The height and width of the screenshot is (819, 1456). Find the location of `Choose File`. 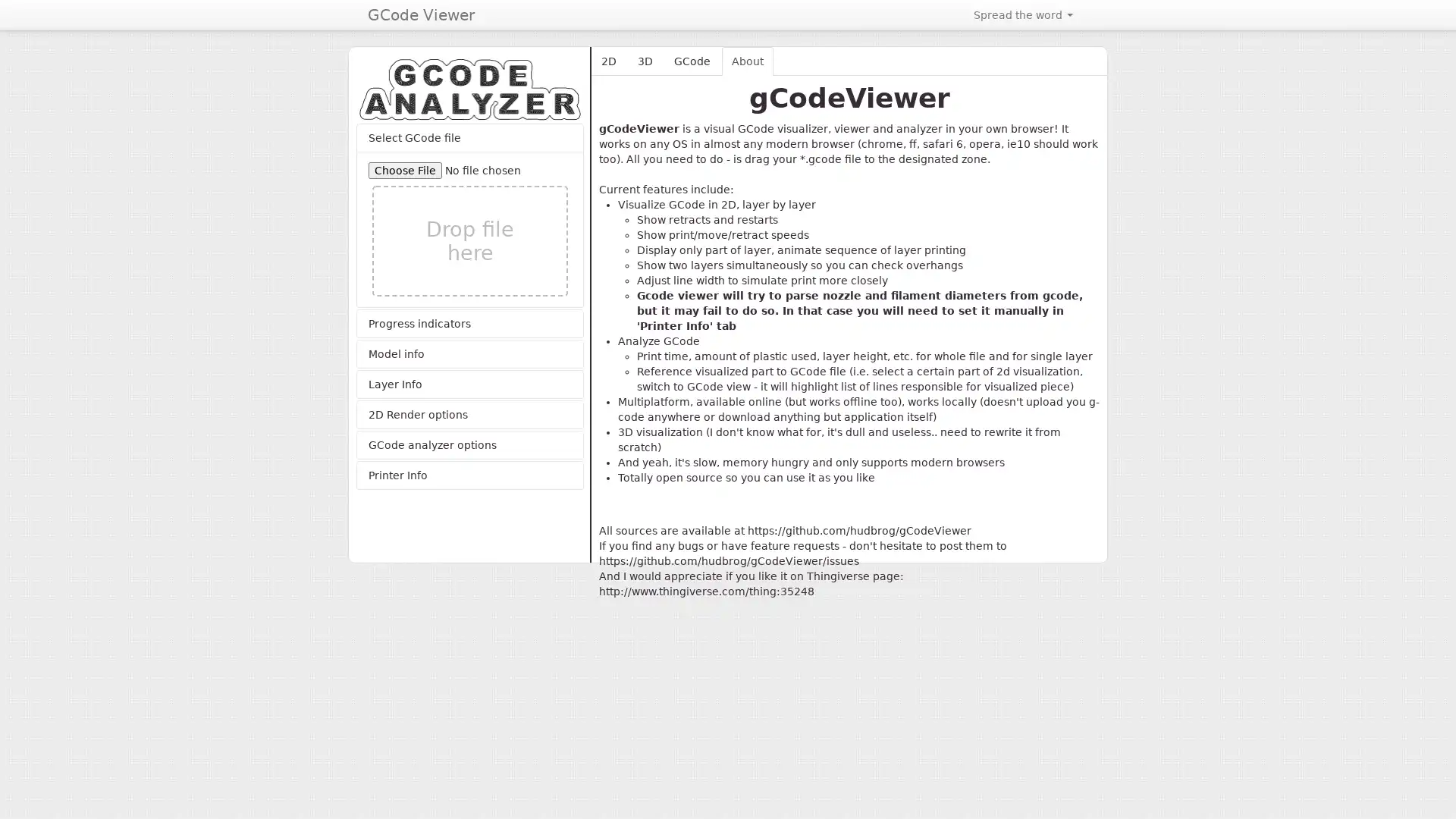

Choose File is located at coordinates (405, 169).